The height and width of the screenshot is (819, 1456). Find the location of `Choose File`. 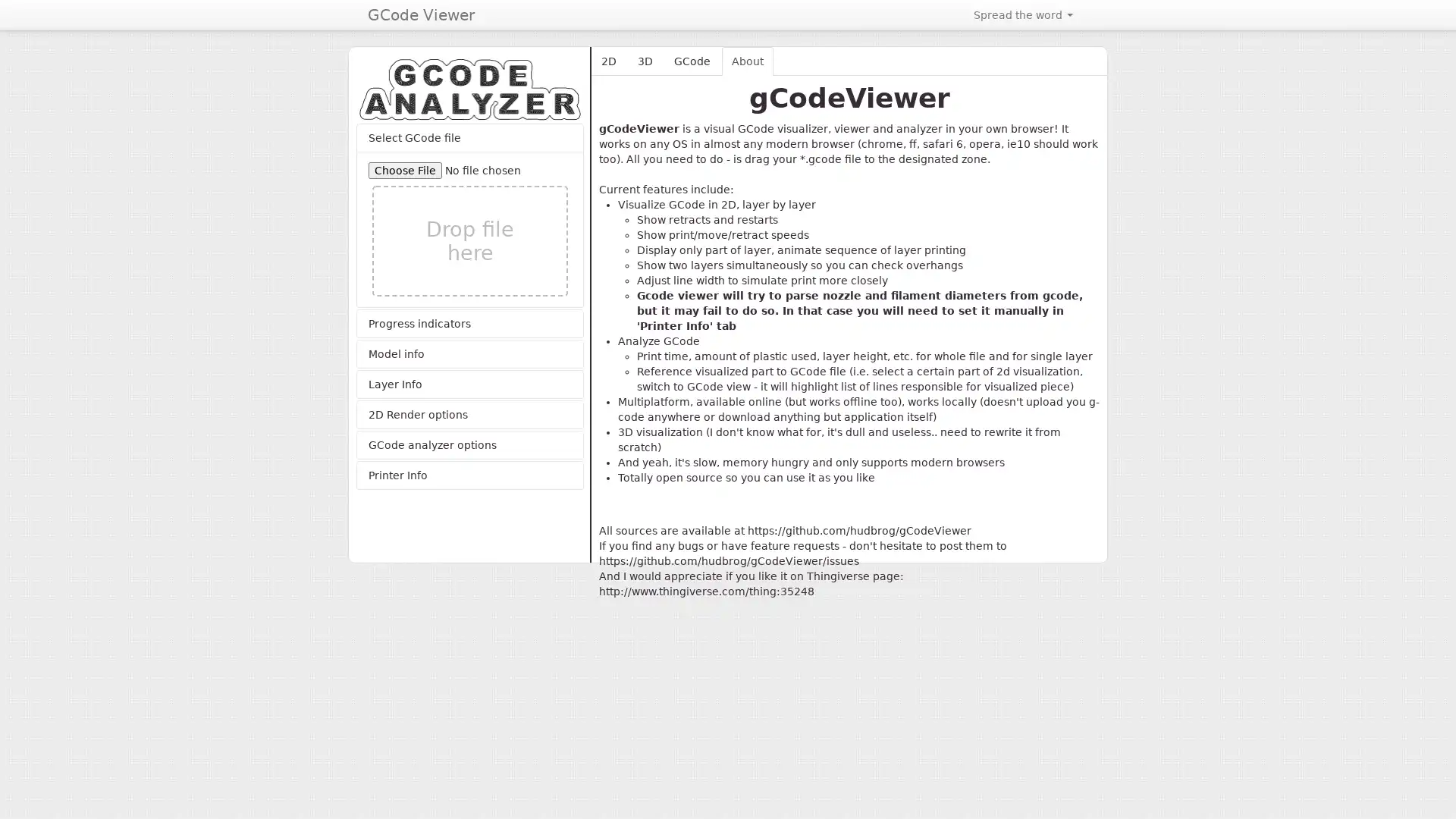

Choose File is located at coordinates (405, 169).